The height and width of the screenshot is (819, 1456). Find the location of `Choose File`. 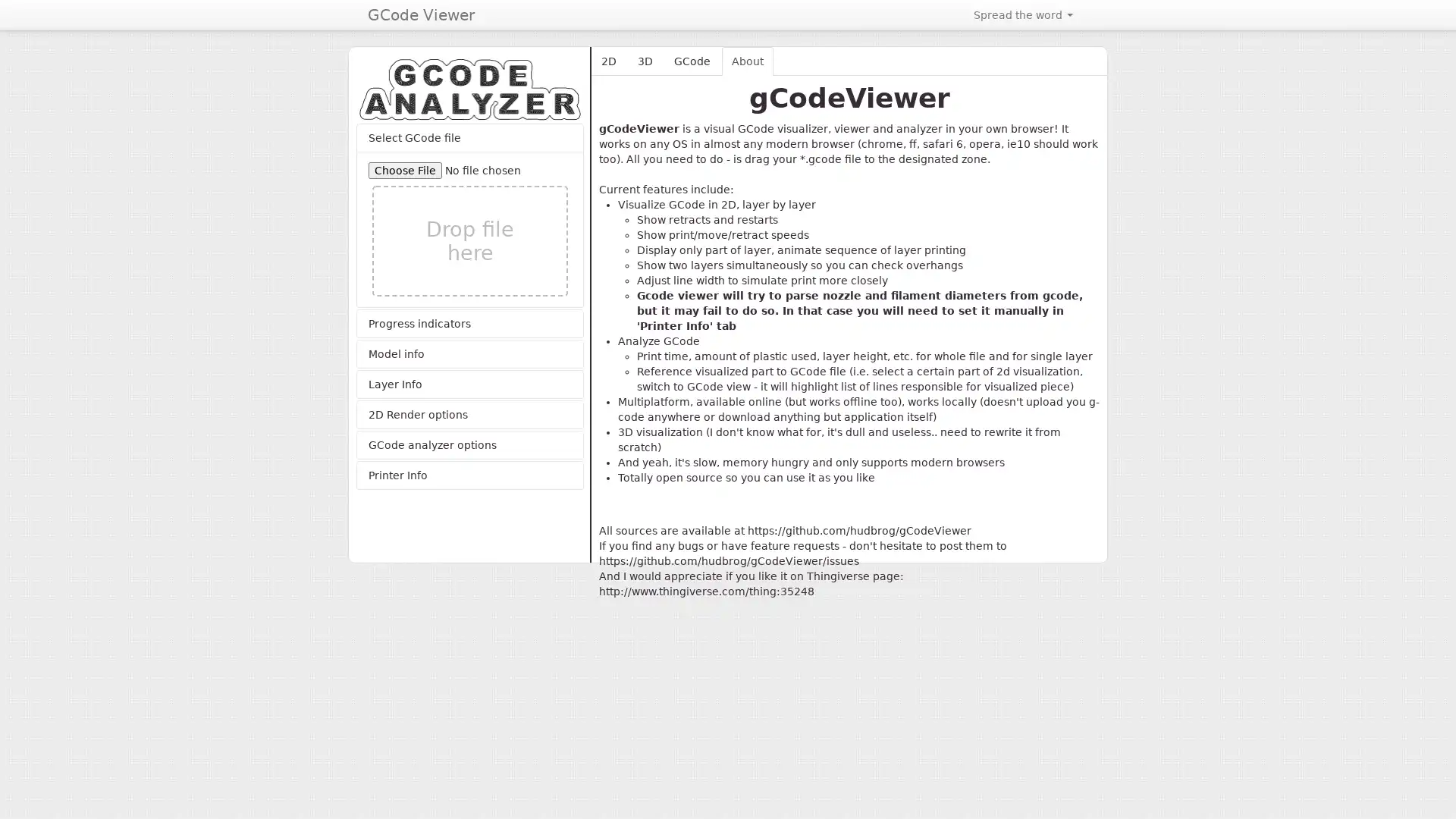

Choose File is located at coordinates (405, 169).